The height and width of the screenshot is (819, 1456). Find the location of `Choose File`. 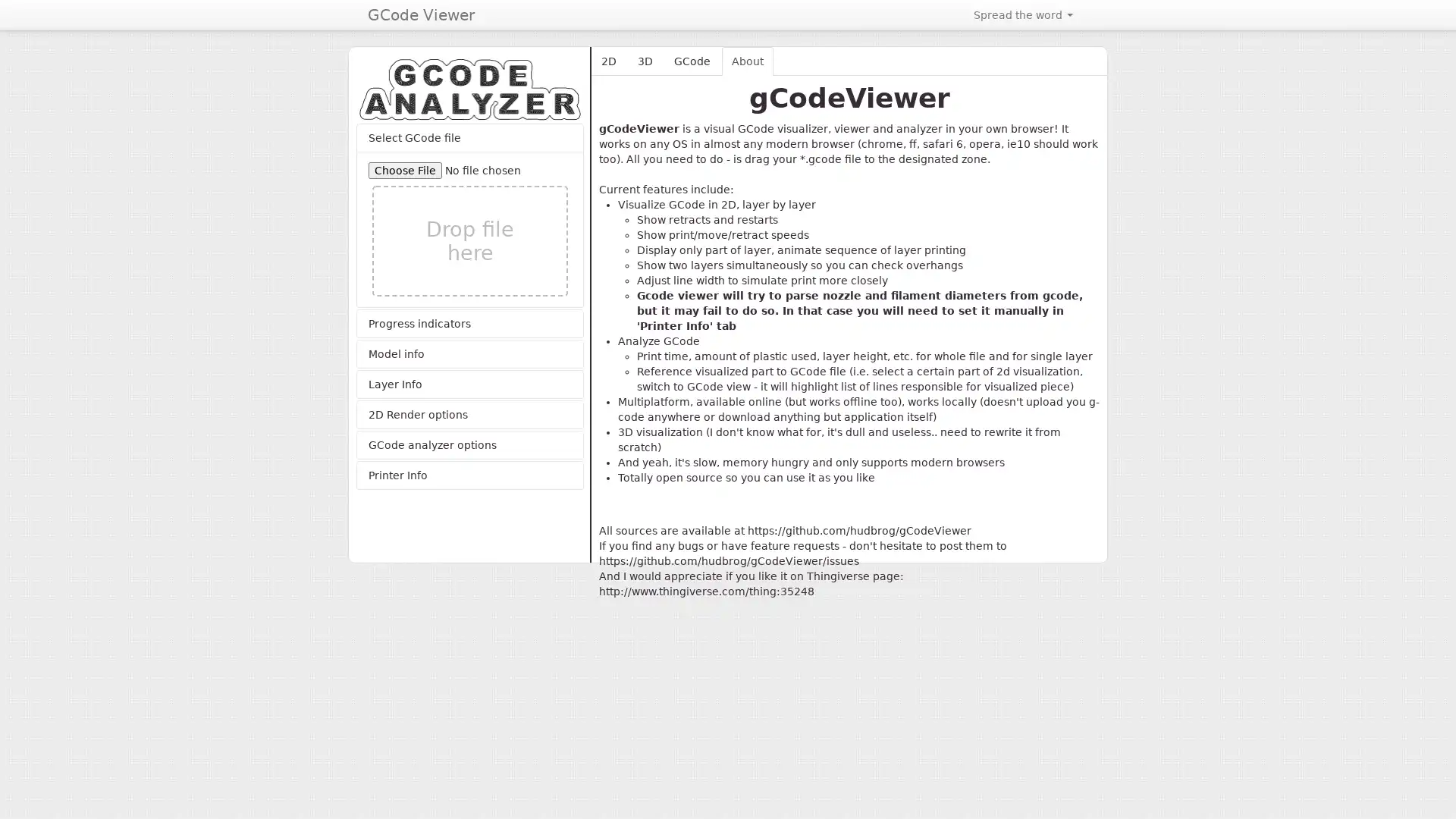

Choose File is located at coordinates (405, 169).